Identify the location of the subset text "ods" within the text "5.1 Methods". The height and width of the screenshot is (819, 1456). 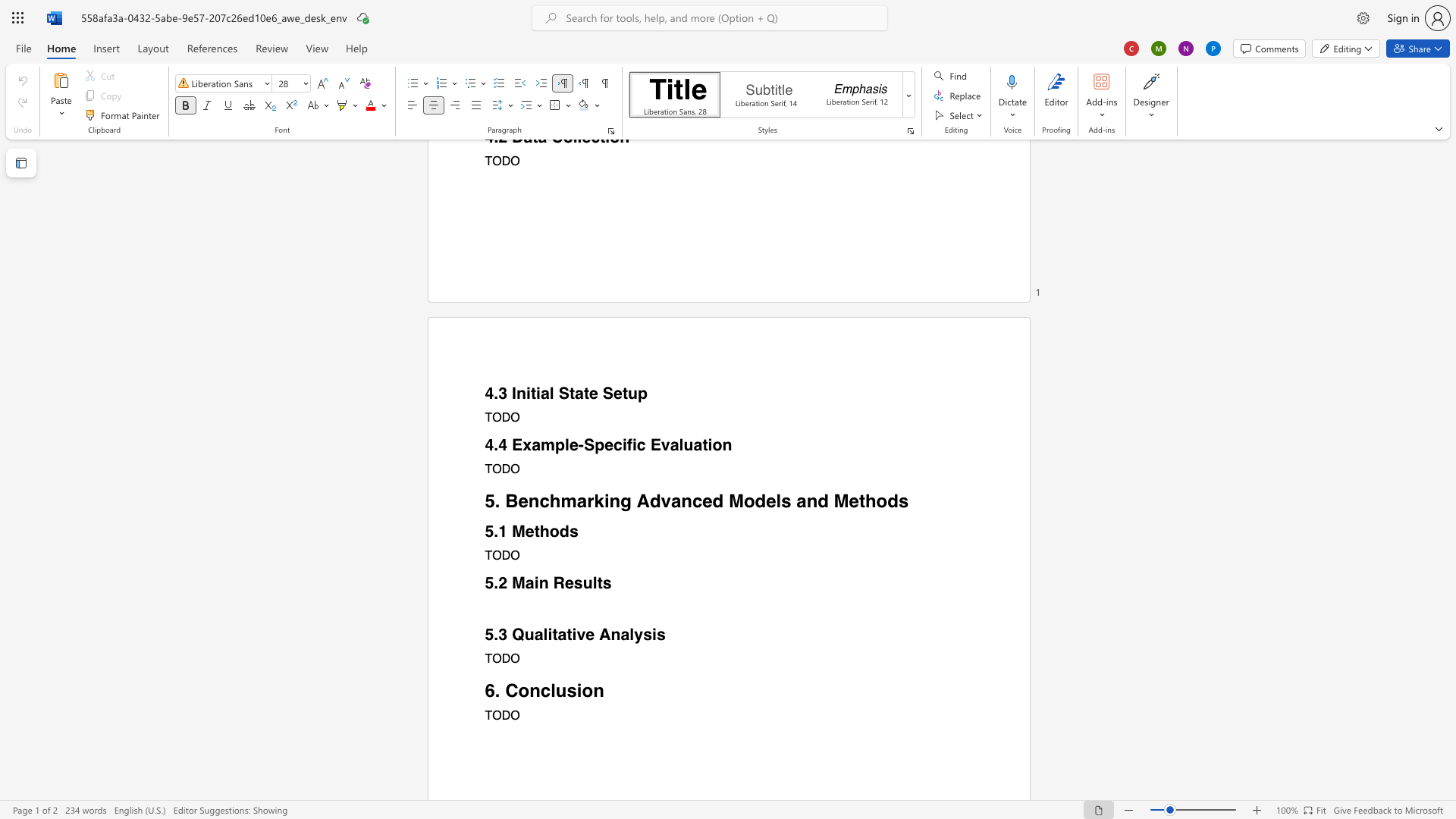
(548, 531).